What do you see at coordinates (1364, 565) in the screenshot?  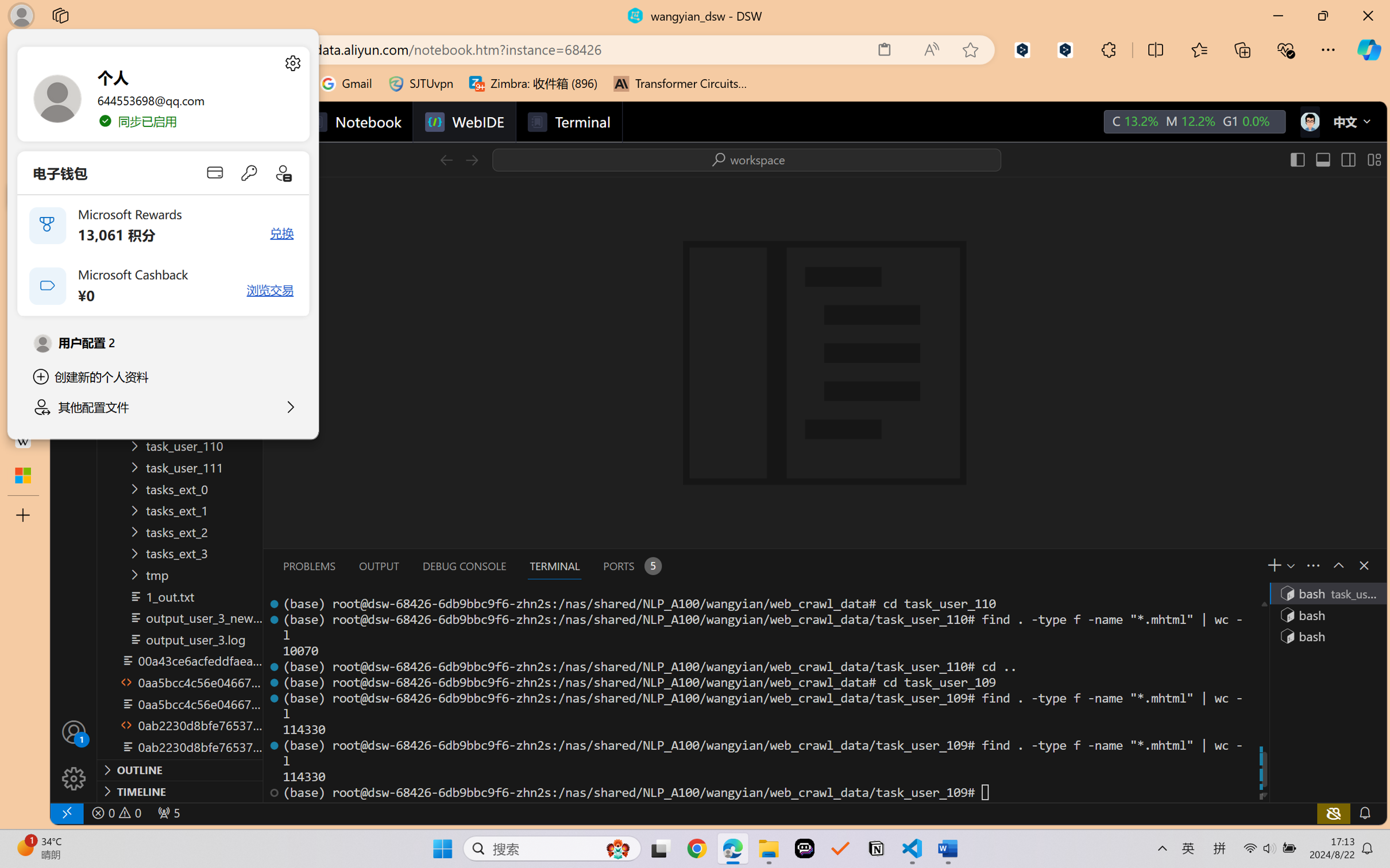 I see `'Close Panel'` at bounding box center [1364, 565].